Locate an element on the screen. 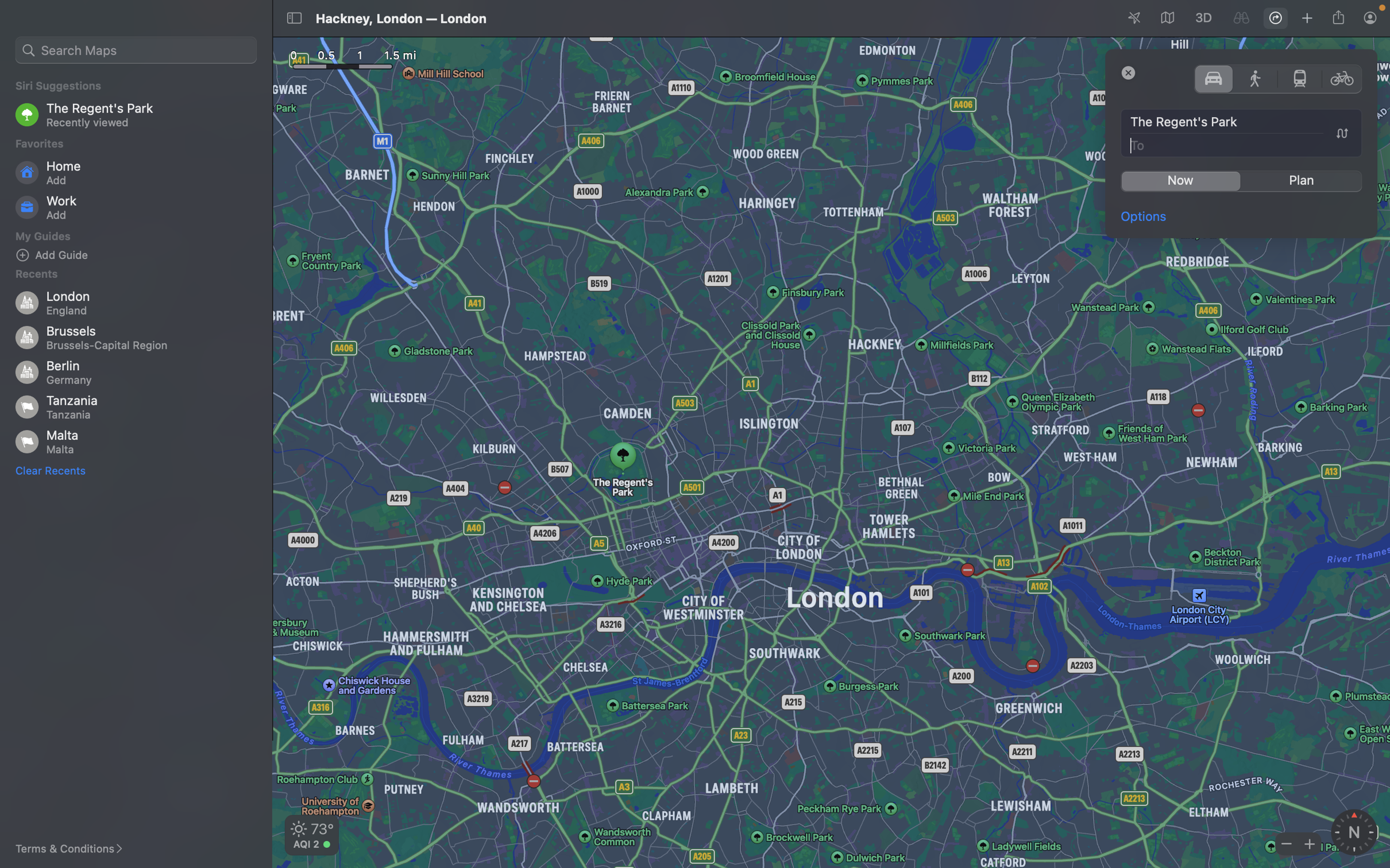 Image resolution: width=1390 pixels, height=868 pixels. Opt for walking in the transportation mode is located at coordinates (1256, 77).